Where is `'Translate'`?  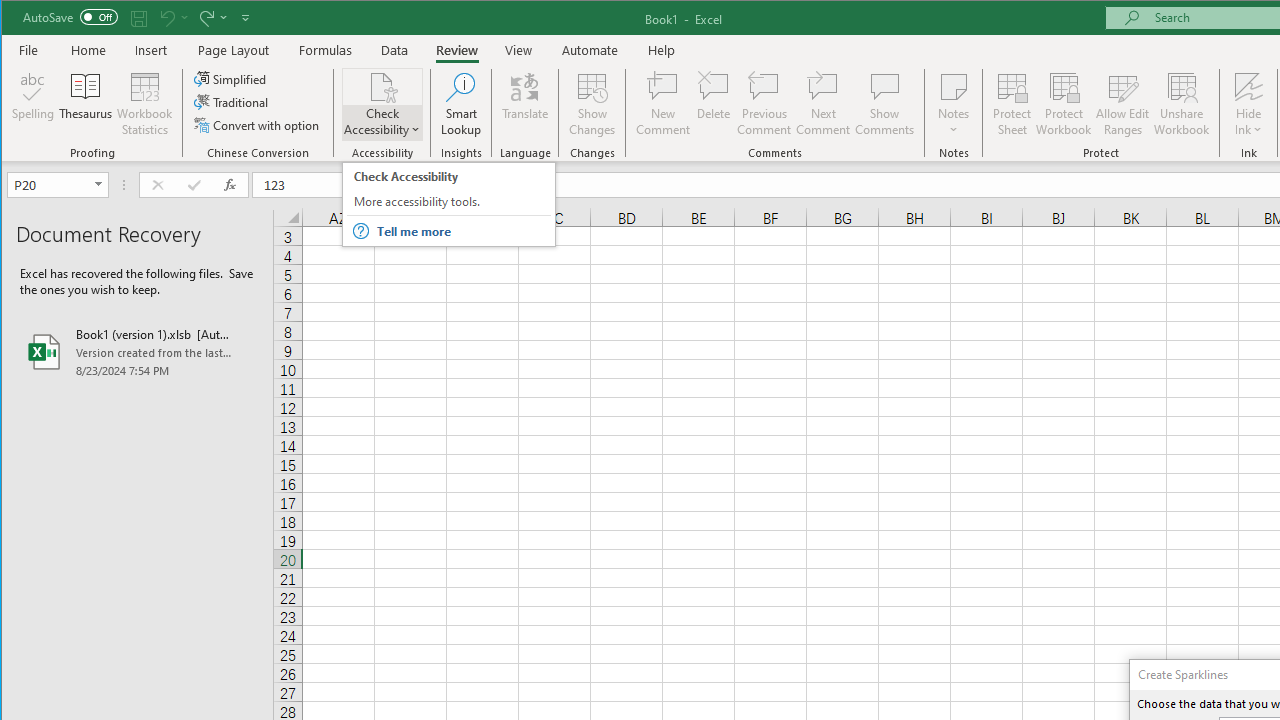
'Translate' is located at coordinates (525, 104).